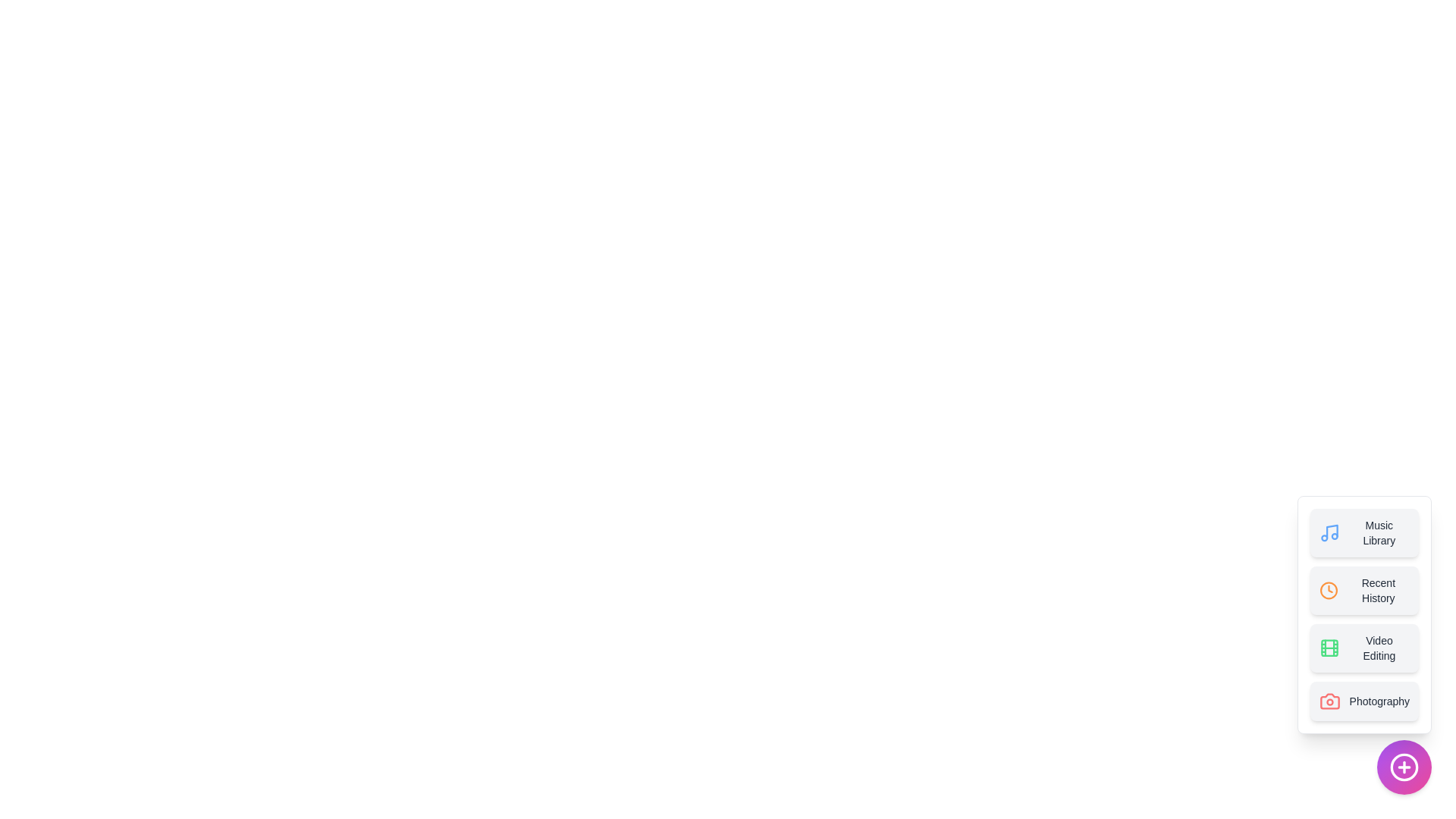  I want to click on the main button to toggle the menu visibility, so click(1404, 767).